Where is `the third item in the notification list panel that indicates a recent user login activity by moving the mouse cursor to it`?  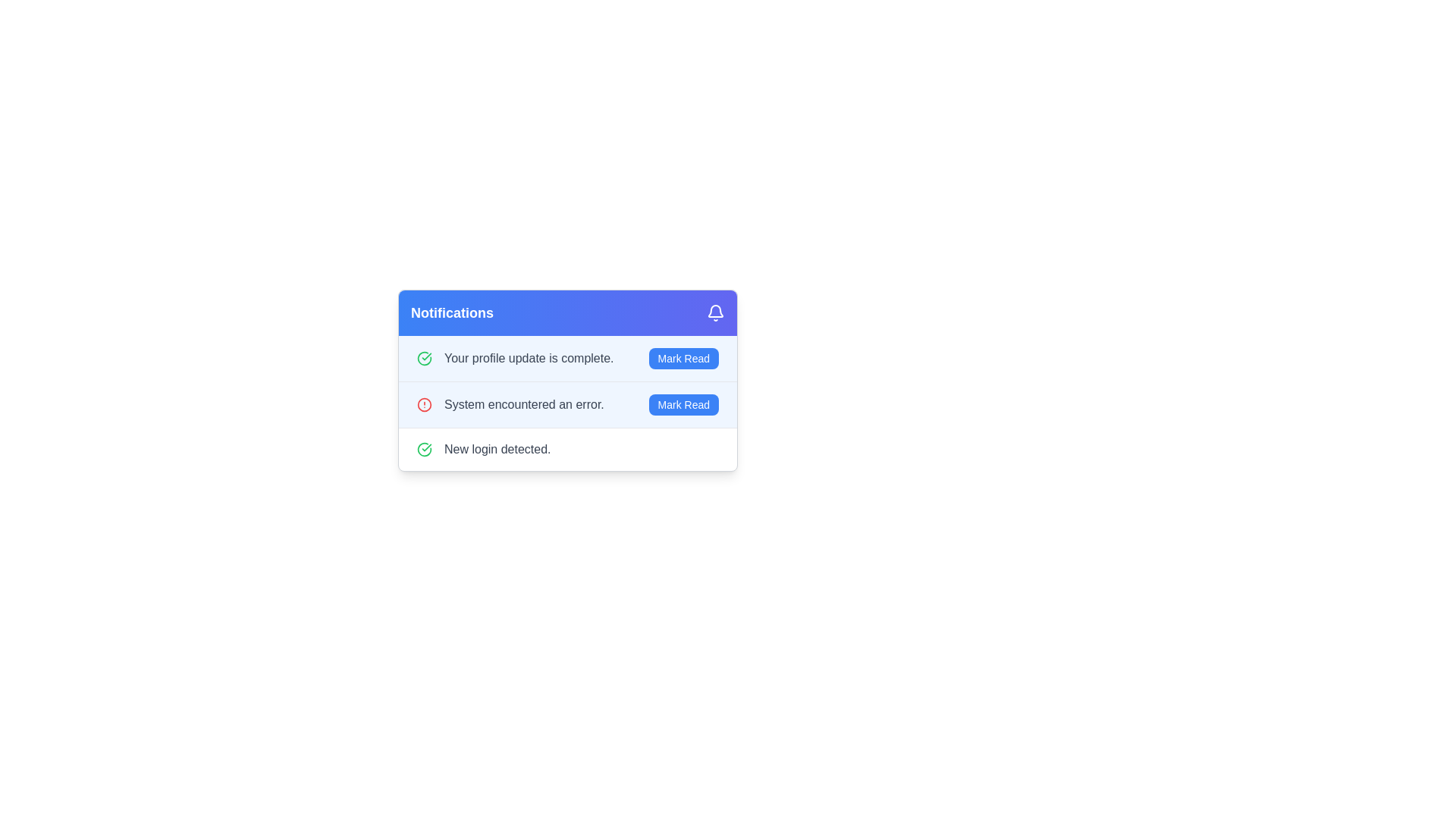 the third item in the notification list panel that indicates a recent user login activity by moving the mouse cursor to it is located at coordinates (566, 448).